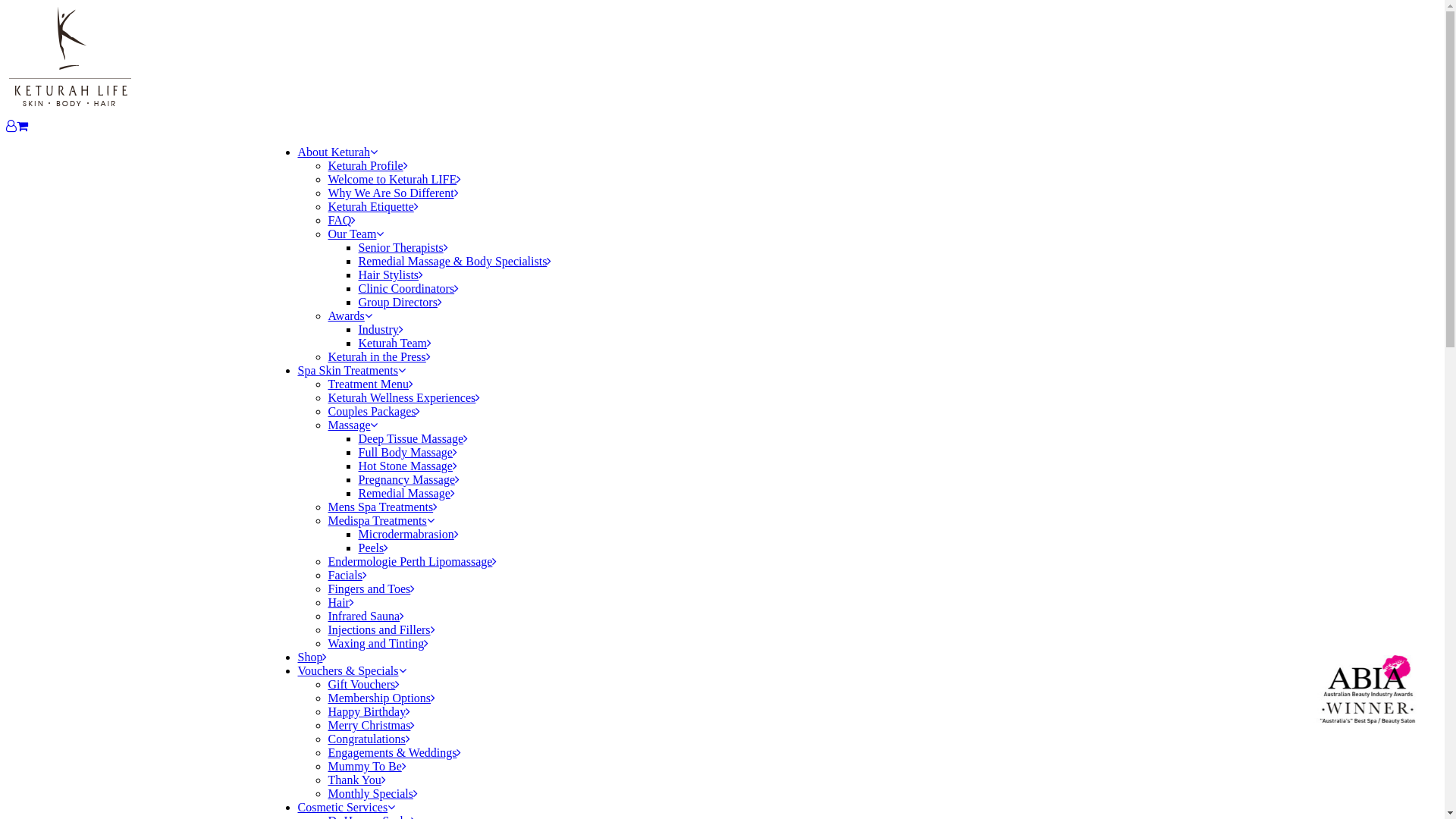  I want to click on 'Keturah Profile', so click(367, 165).